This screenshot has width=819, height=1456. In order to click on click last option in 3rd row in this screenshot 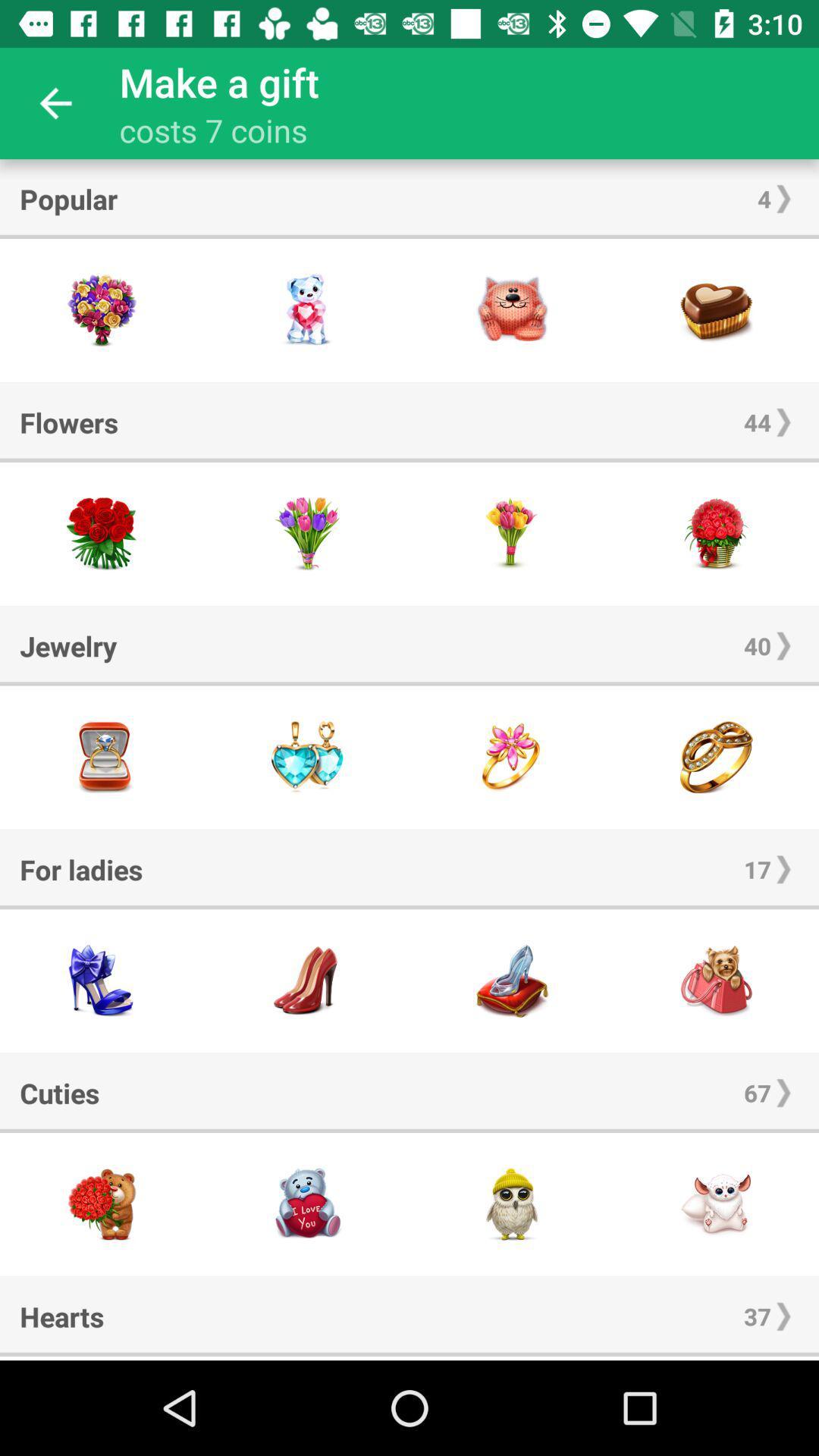, I will do `click(717, 757)`.